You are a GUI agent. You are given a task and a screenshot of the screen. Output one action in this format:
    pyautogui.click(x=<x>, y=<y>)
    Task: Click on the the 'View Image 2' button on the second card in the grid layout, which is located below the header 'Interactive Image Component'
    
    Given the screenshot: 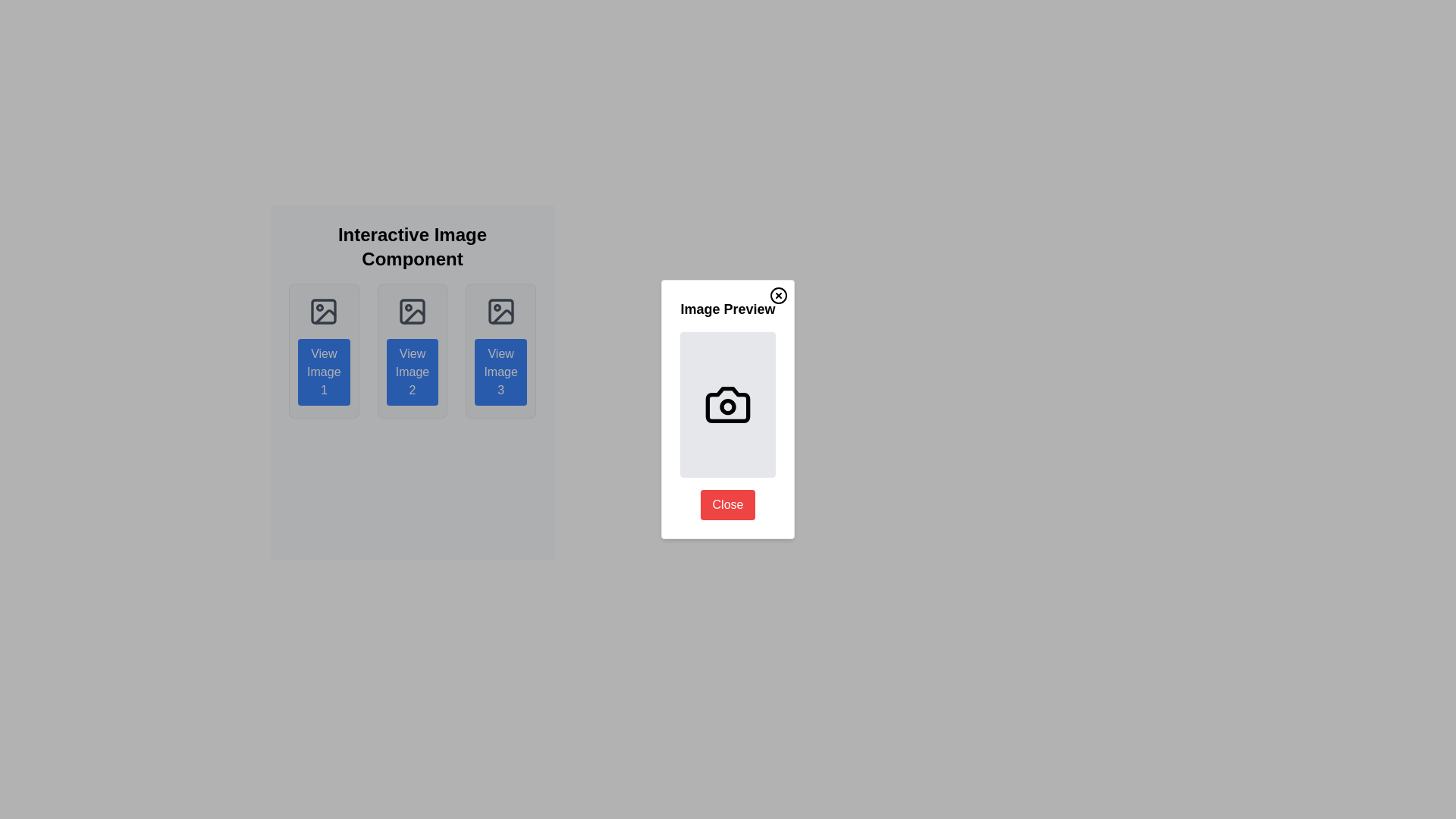 What is the action you would take?
    pyautogui.click(x=412, y=350)
    